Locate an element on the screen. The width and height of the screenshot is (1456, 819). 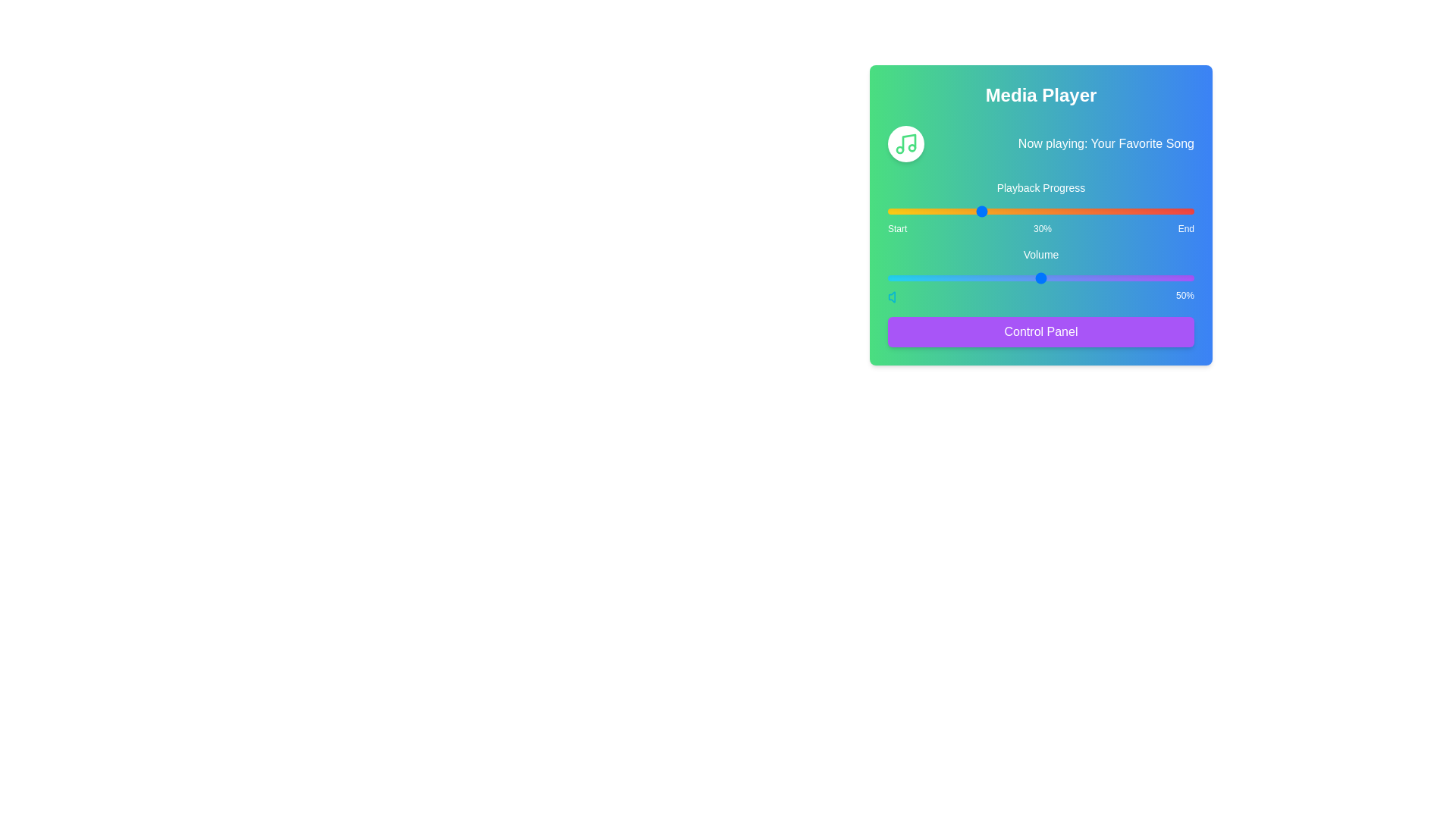
the volume slider to 42% is located at coordinates (1016, 278).